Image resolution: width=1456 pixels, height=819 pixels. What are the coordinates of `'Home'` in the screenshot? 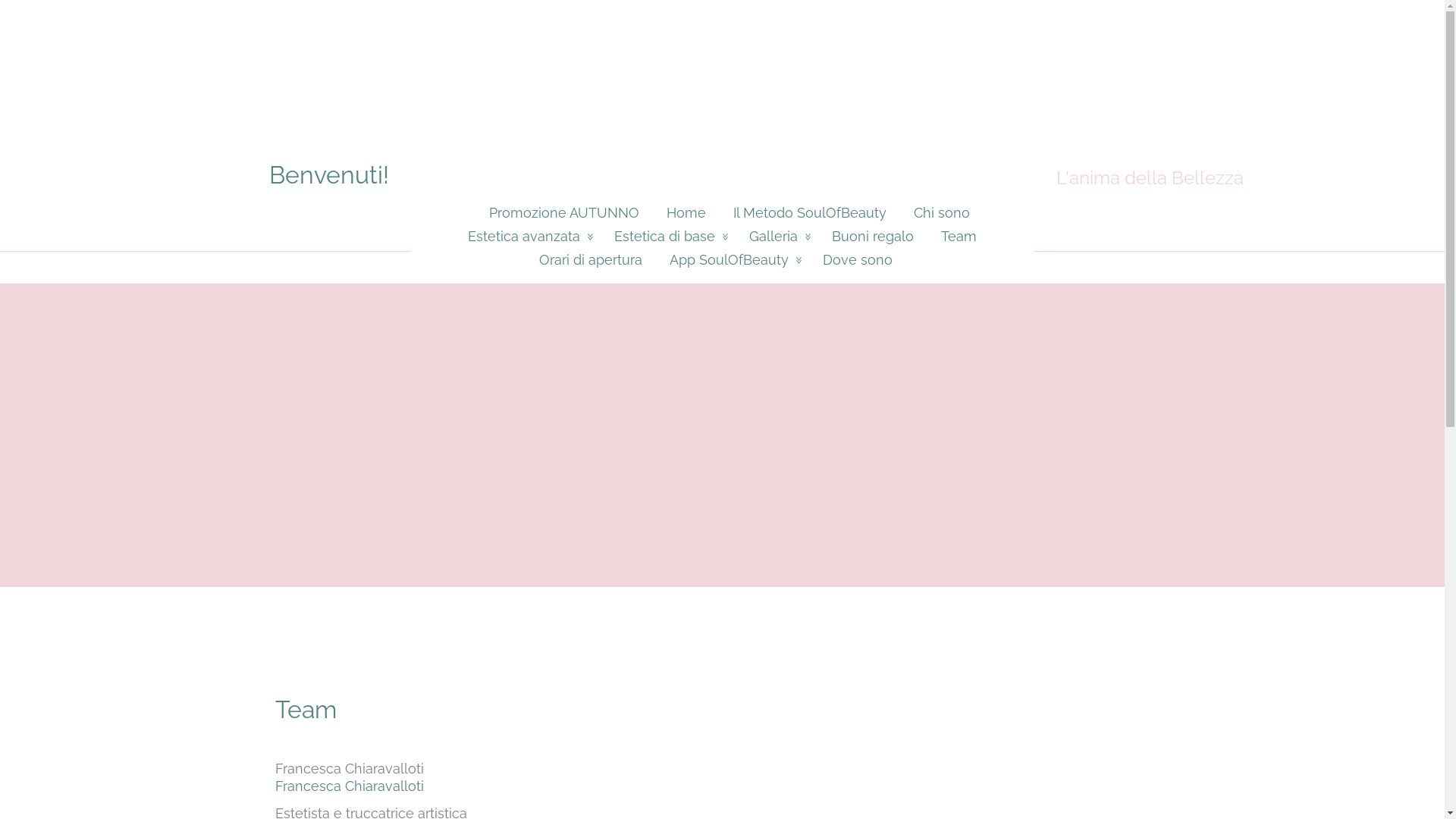 It's located at (651, 212).